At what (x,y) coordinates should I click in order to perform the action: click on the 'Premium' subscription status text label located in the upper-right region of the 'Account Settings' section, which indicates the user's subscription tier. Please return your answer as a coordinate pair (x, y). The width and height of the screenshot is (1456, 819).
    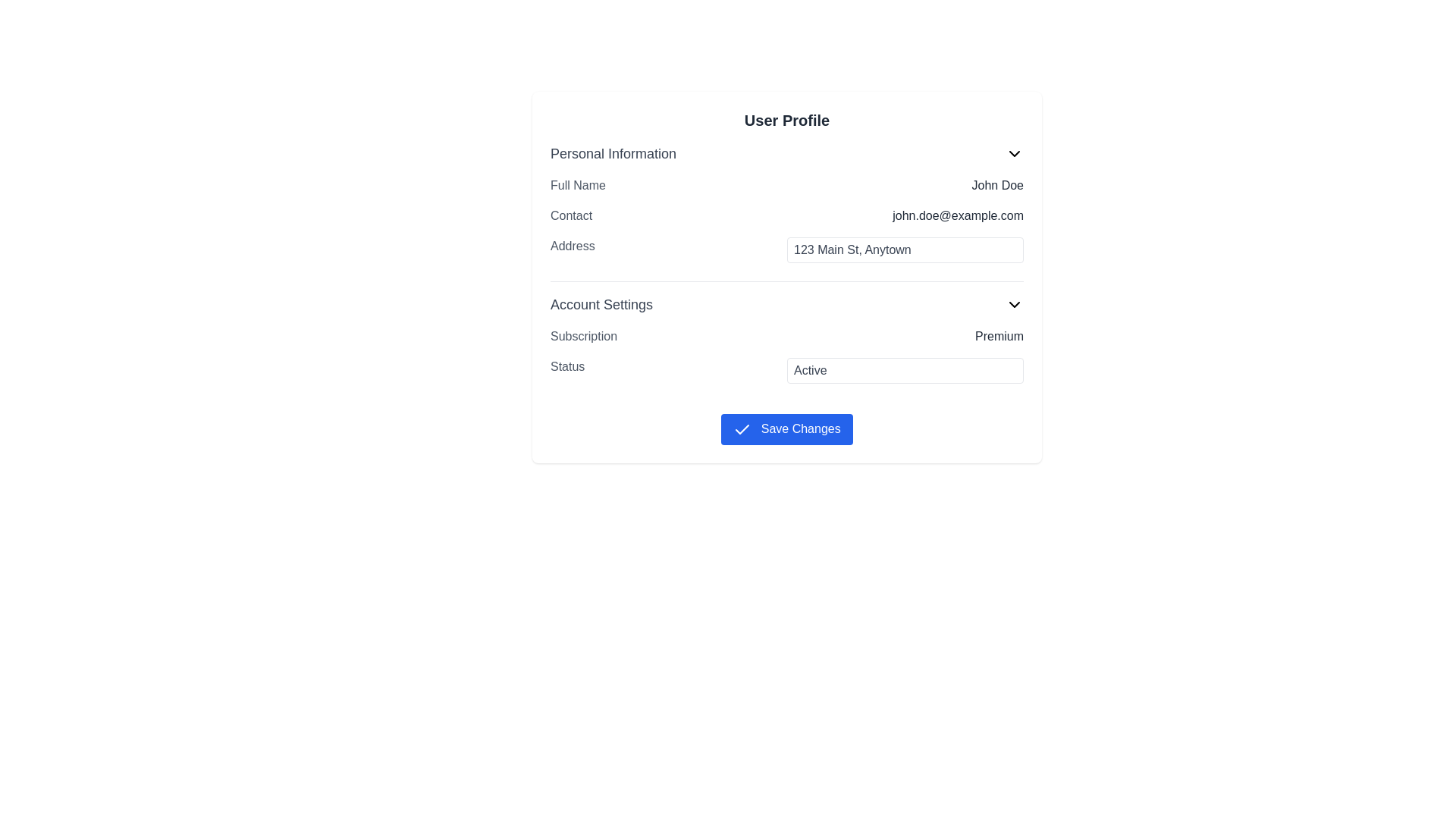
    Looking at the image, I should click on (999, 335).